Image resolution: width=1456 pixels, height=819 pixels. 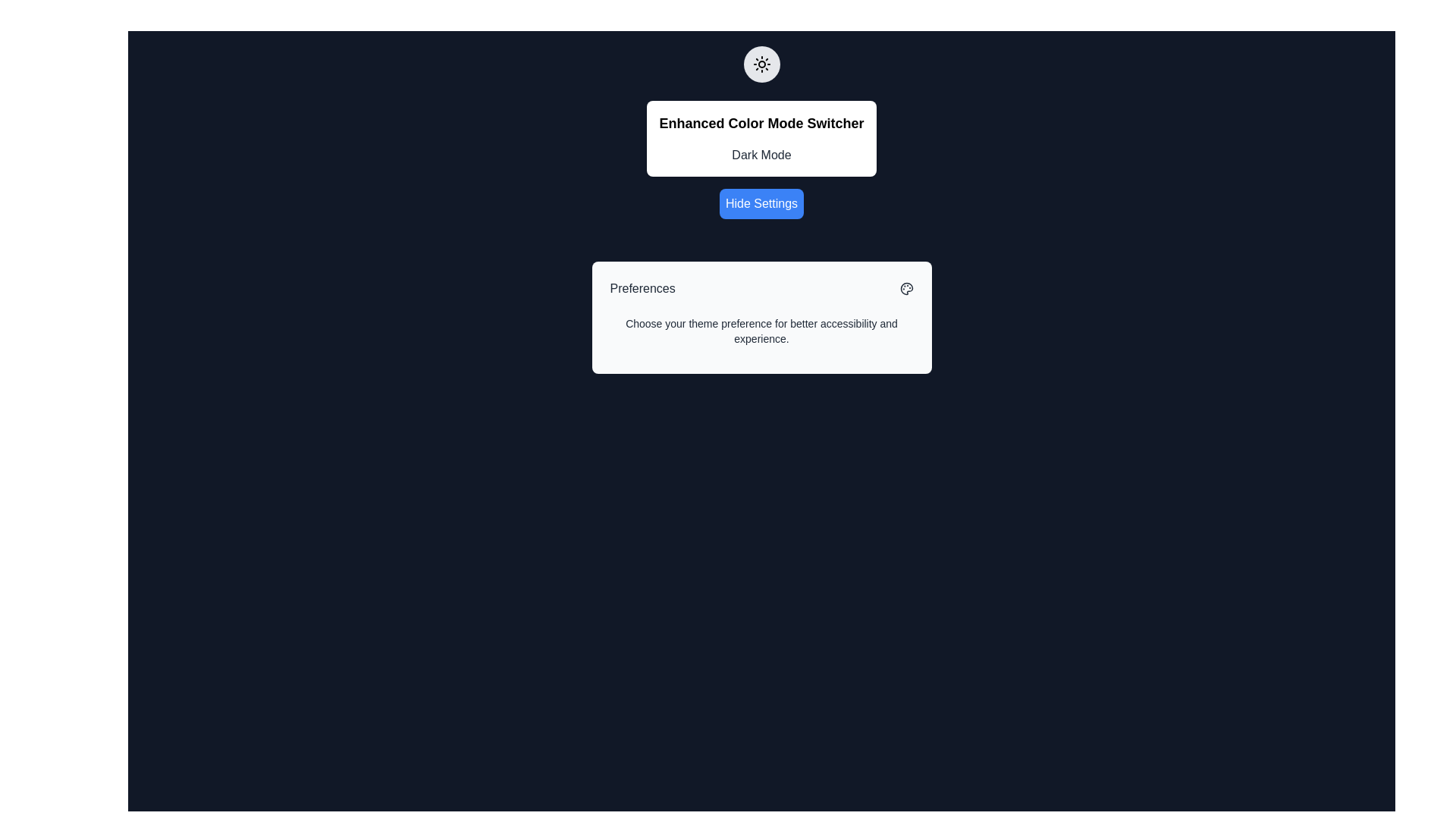 What do you see at coordinates (761, 317) in the screenshot?
I see `text on the Informational card component that describes theme preferences, which is centered within the card and provides information for better accessibility and experience` at bounding box center [761, 317].